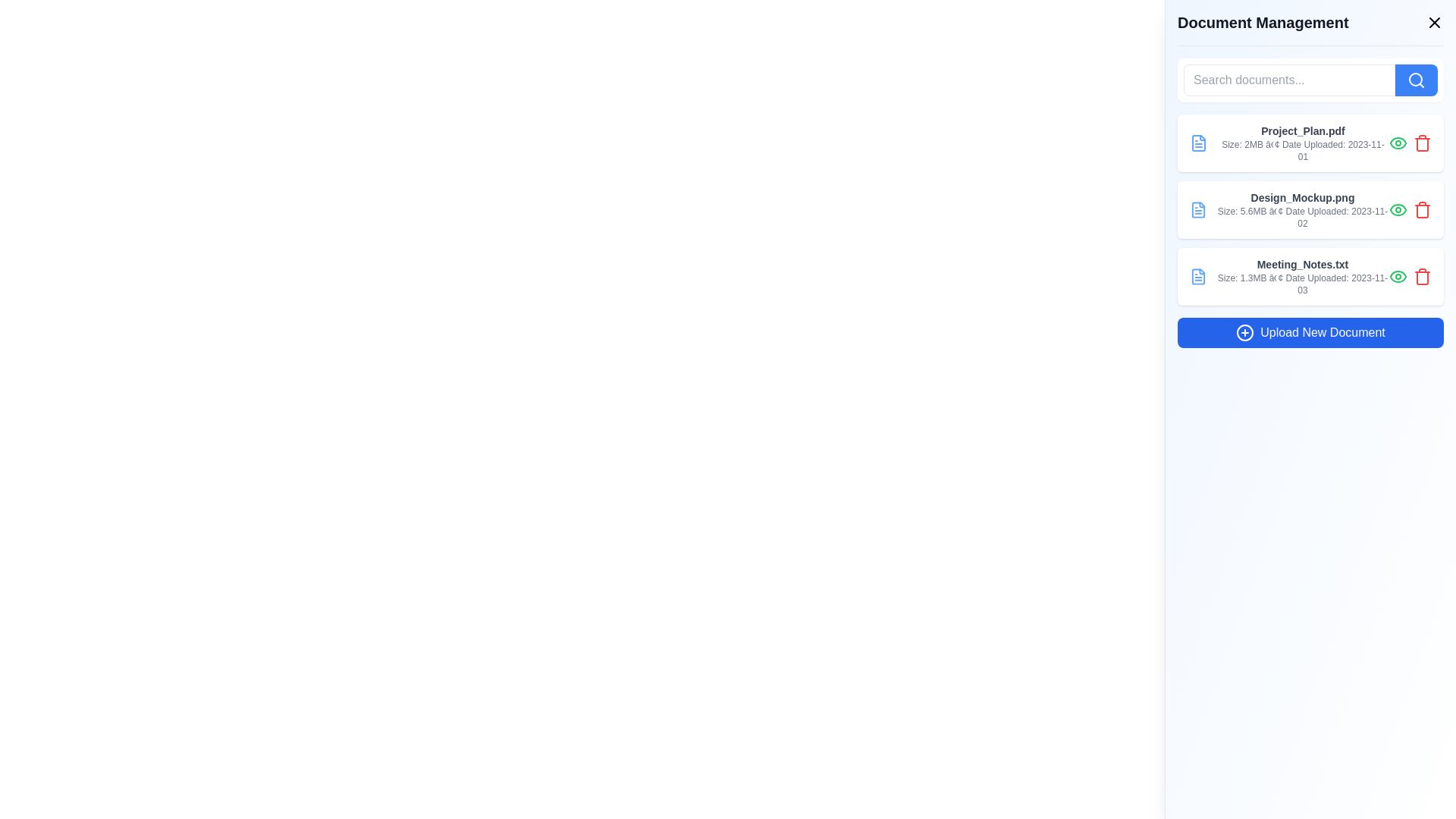 This screenshot has height=819, width=1456. What do you see at coordinates (1302, 284) in the screenshot?
I see `the text label displaying metadata information about the file, which includes its size and upload date, located below the file title 'Meeting_Notes.txt'` at bounding box center [1302, 284].